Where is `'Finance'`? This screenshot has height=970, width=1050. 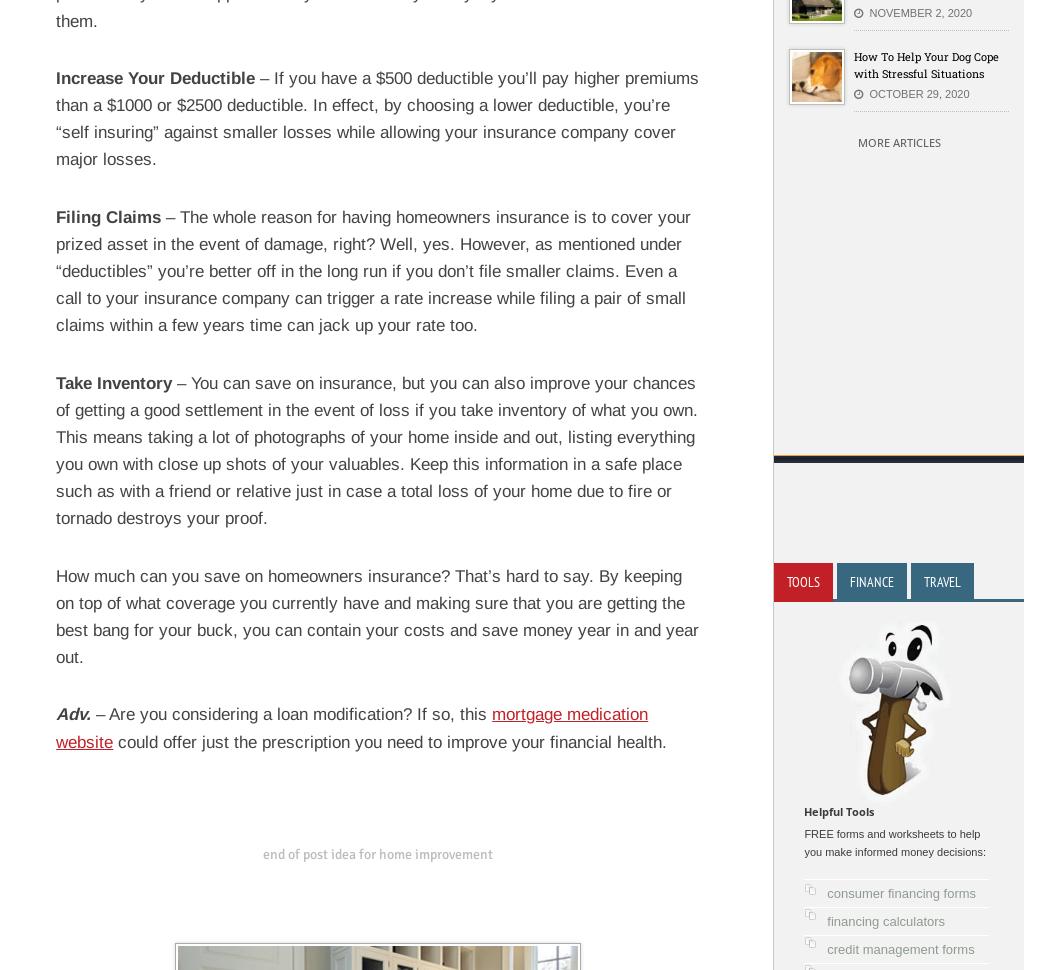 'Finance' is located at coordinates (849, 582).